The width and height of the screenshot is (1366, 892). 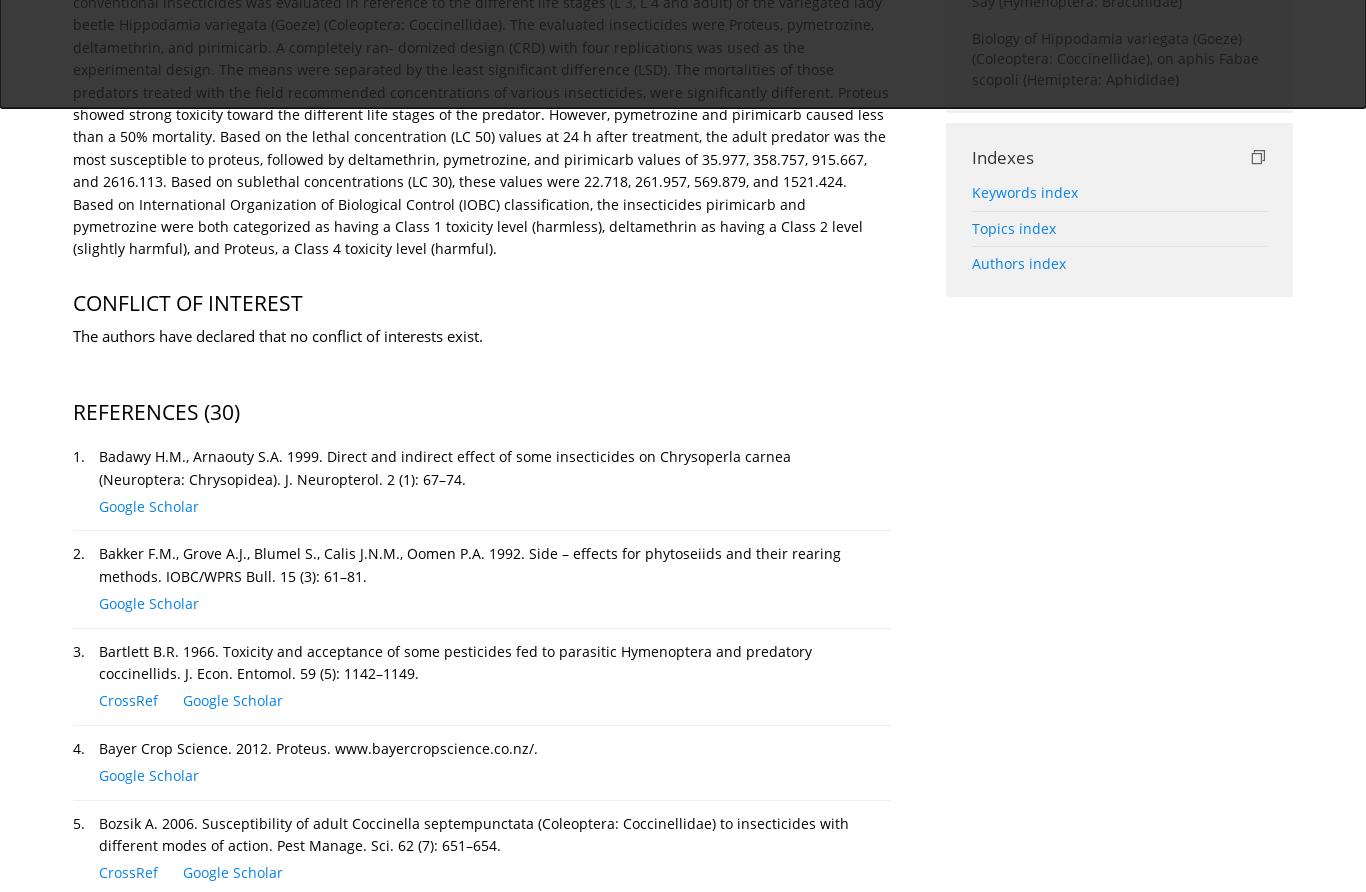 What do you see at coordinates (72, 649) in the screenshot?
I see `'3.'` at bounding box center [72, 649].